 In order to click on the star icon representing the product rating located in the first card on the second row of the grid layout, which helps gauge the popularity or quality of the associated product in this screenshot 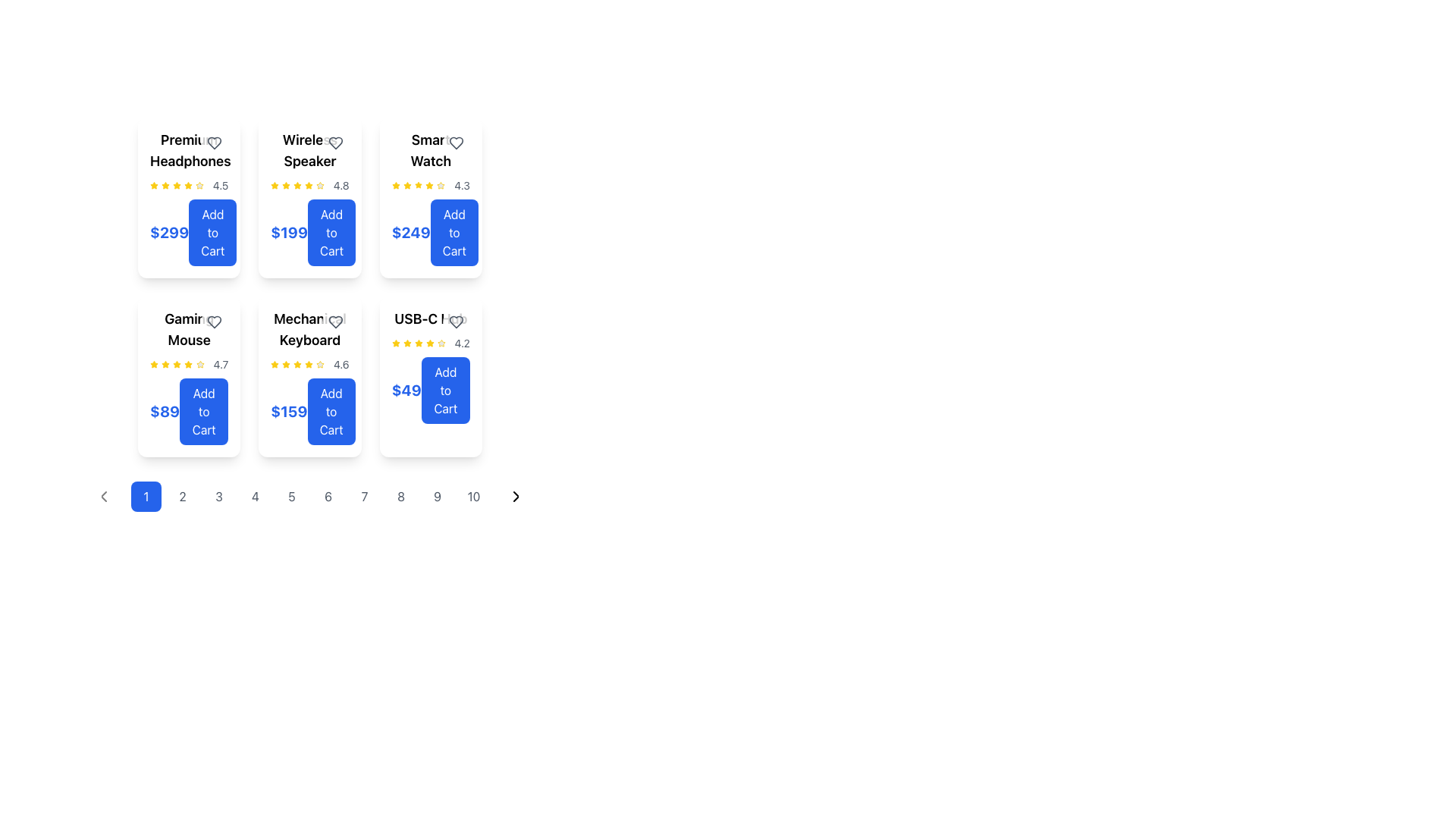, I will do `click(199, 184)`.